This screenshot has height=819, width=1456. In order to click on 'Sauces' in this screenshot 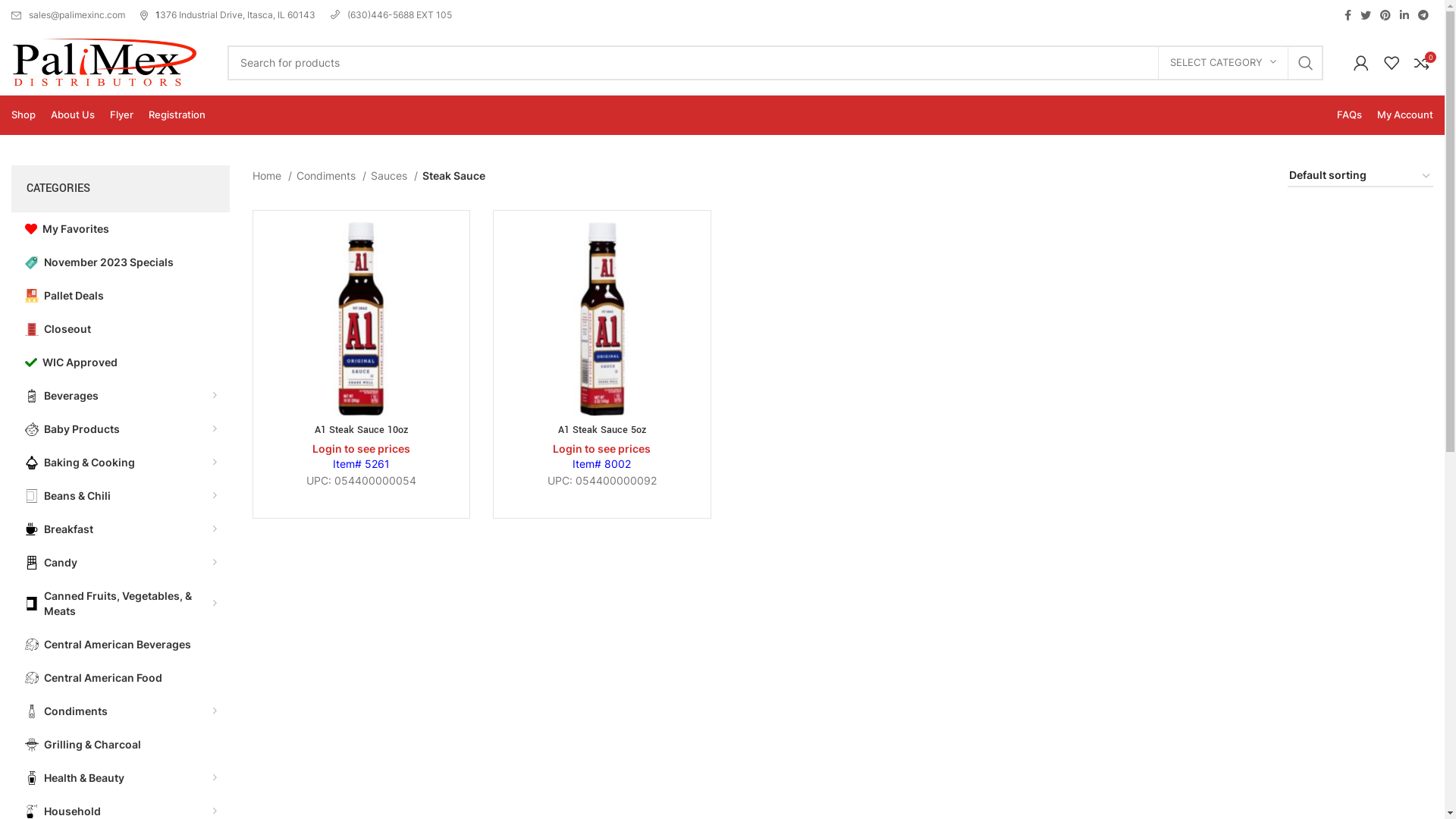, I will do `click(393, 174)`.